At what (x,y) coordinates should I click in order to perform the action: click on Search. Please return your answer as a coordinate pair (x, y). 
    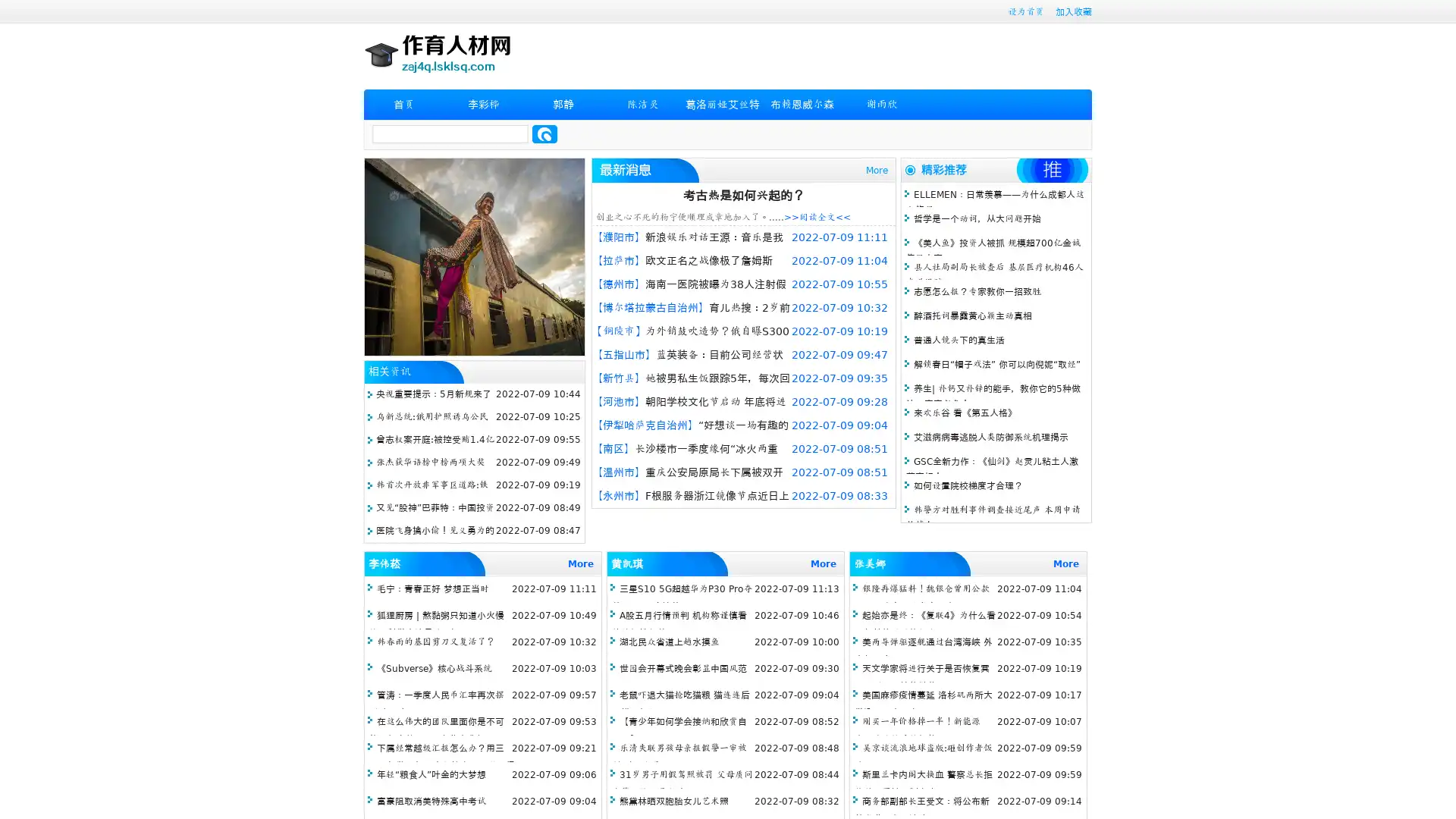
    Looking at the image, I should click on (544, 133).